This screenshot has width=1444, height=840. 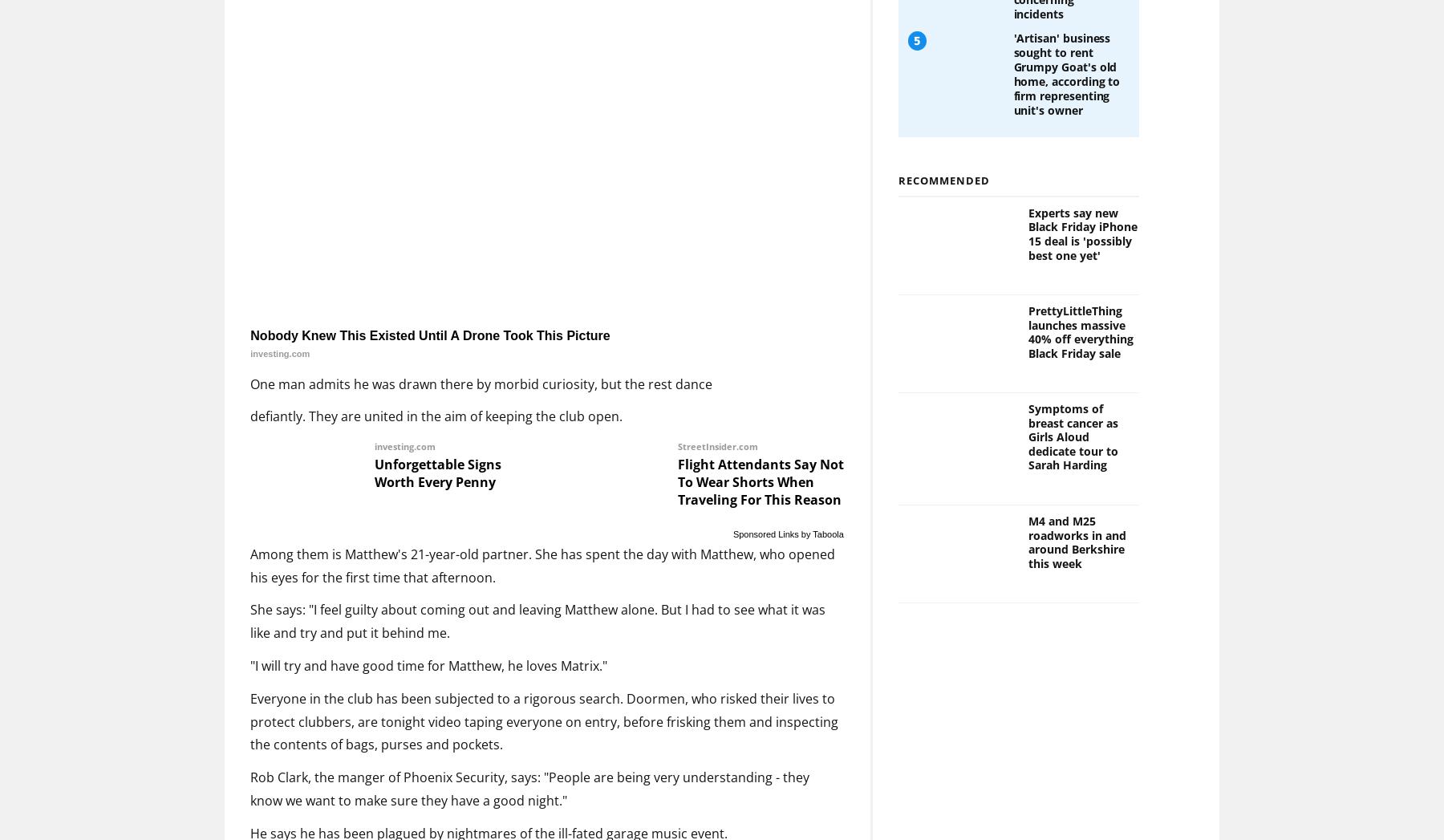 I want to click on 'Rob Clark, the manger of Phoenix Security, says: "People are being very understanding - they know we want to make sure they have a good night."', so click(x=249, y=788).